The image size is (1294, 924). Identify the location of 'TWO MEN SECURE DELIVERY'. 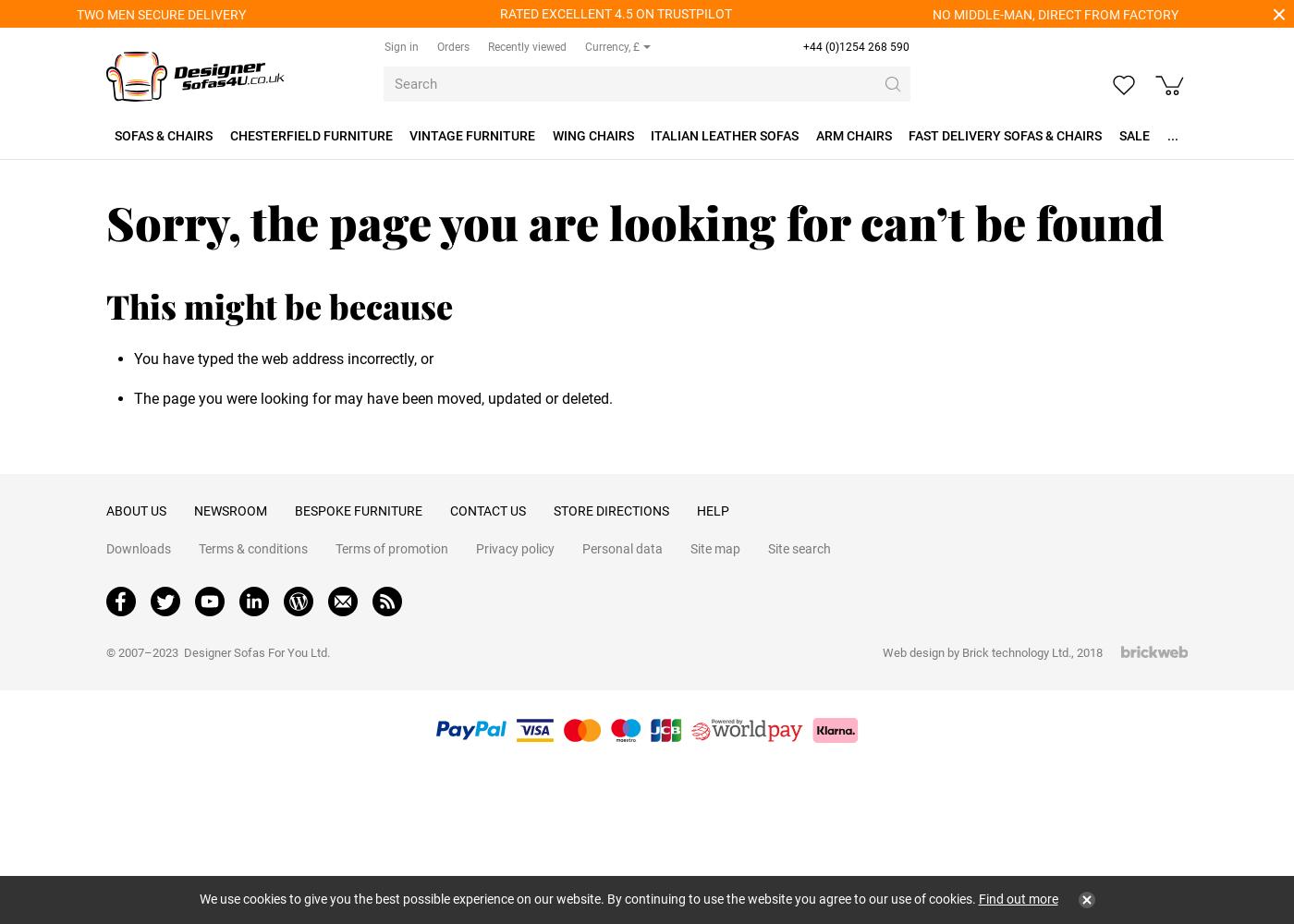
(161, 14).